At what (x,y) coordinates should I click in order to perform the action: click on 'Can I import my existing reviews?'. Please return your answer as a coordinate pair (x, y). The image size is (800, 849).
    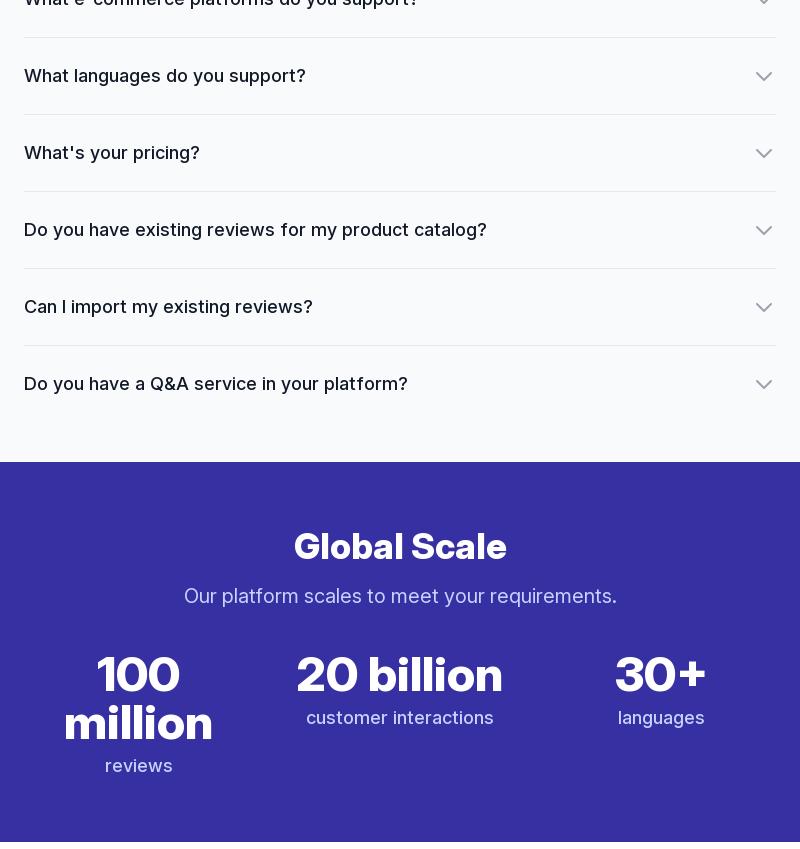
    Looking at the image, I should click on (167, 305).